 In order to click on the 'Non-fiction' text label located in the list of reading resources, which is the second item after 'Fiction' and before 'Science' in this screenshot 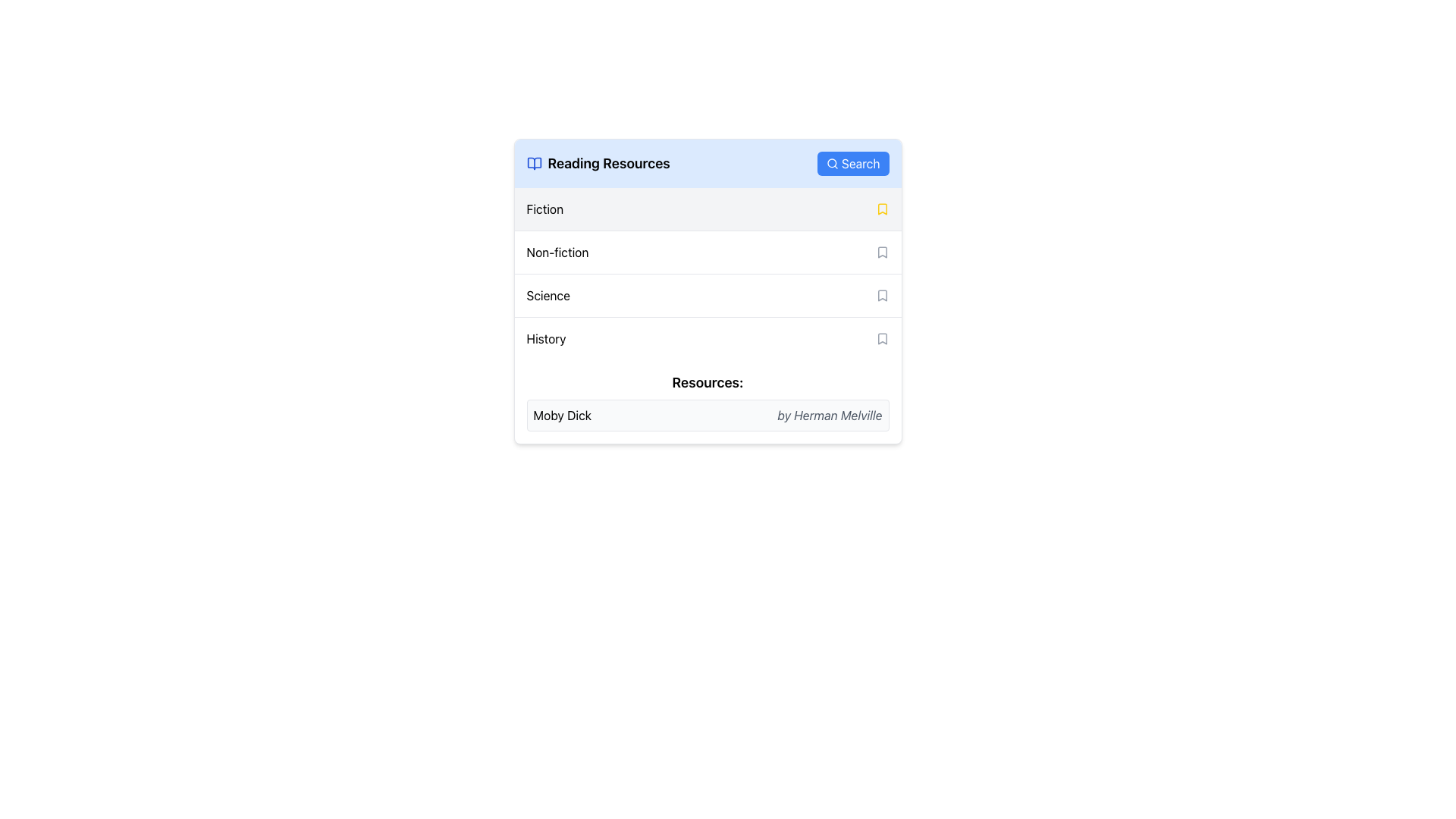, I will do `click(557, 251)`.